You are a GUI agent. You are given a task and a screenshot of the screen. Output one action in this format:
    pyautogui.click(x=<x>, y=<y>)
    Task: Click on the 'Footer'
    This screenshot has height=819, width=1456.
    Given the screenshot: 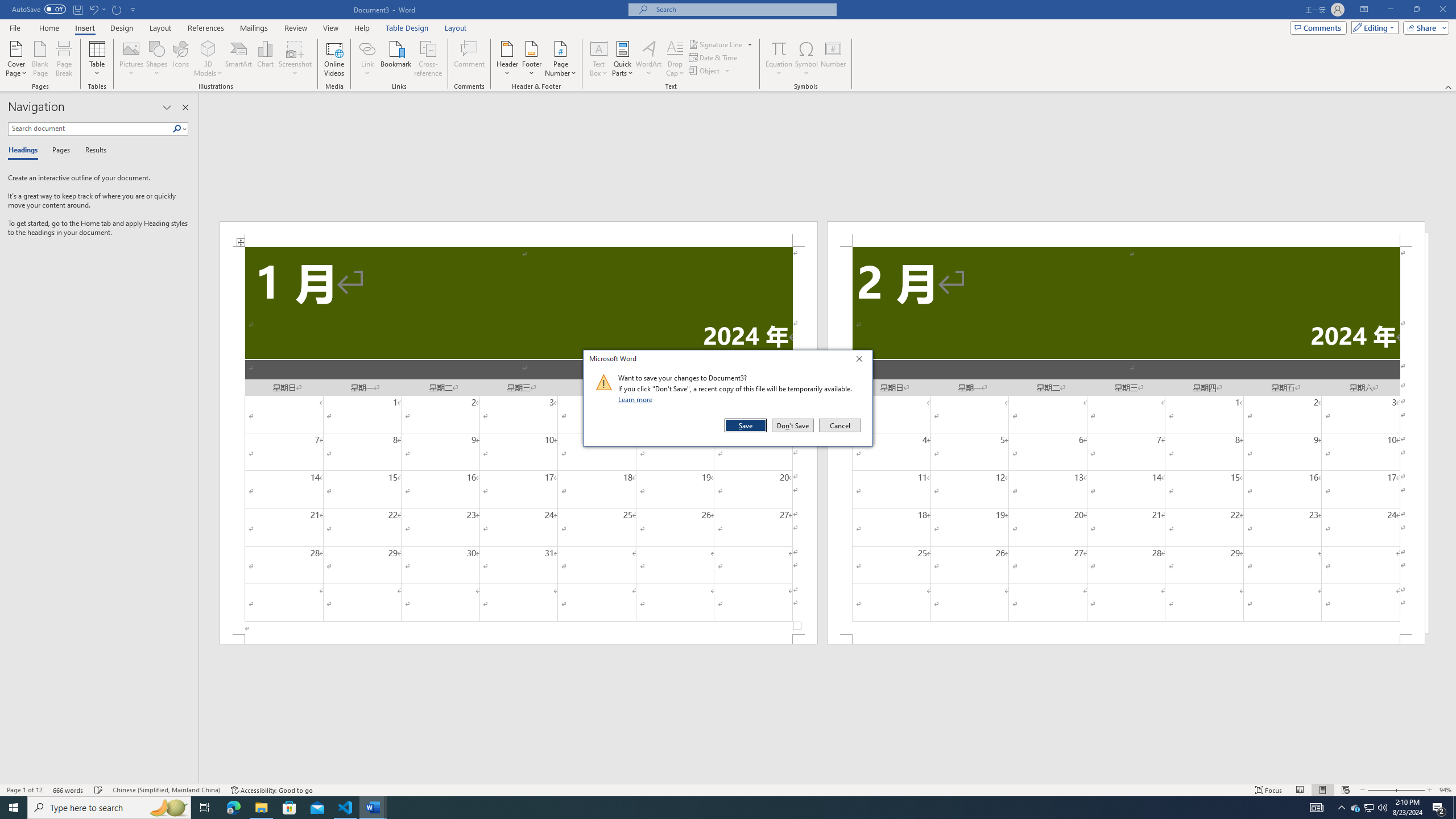 What is the action you would take?
    pyautogui.click(x=531, y=59)
    